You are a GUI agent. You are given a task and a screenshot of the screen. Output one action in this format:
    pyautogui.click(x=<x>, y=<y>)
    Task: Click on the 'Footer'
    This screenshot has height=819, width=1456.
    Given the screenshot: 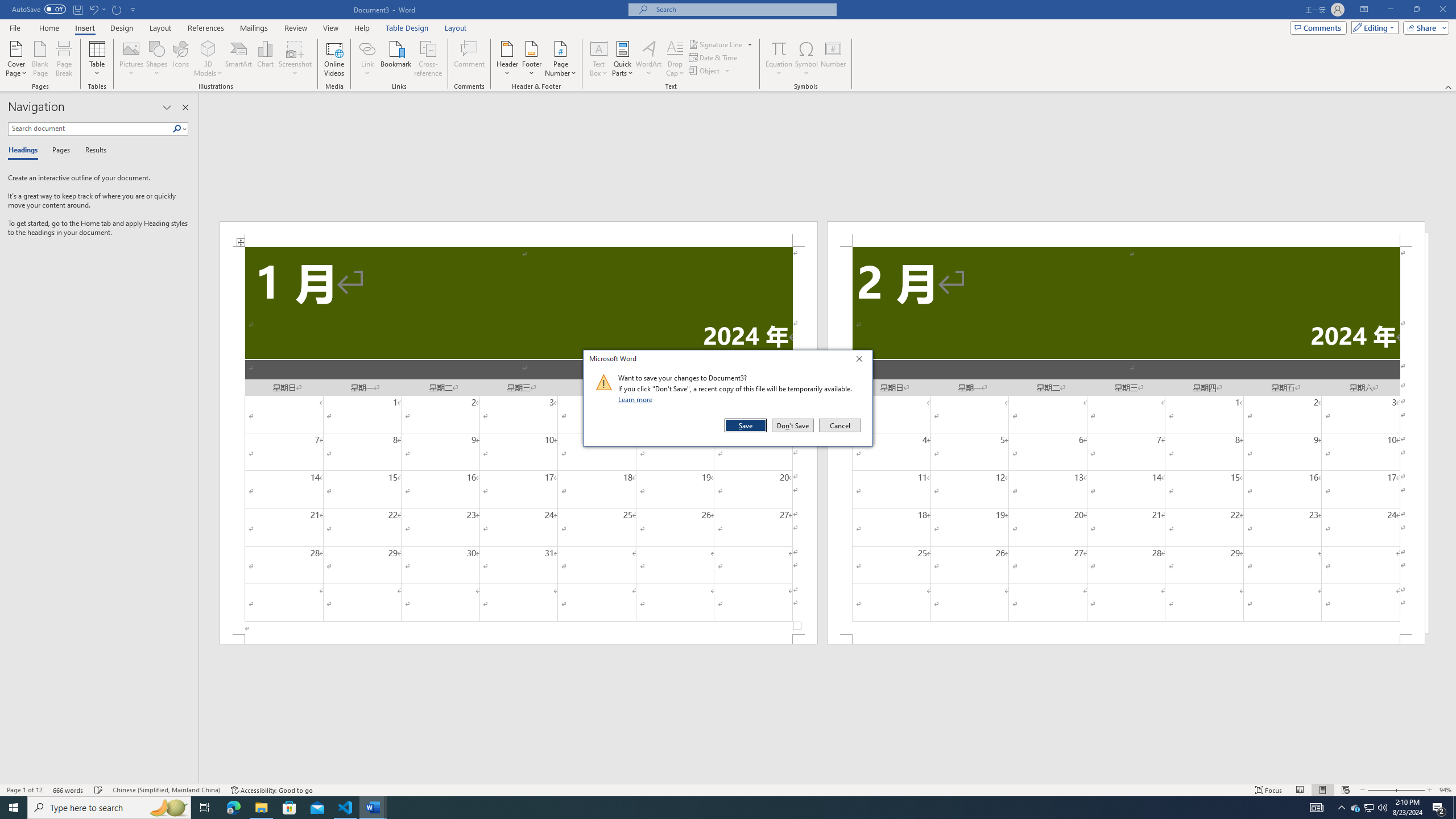 What is the action you would take?
    pyautogui.click(x=531, y=59)
    